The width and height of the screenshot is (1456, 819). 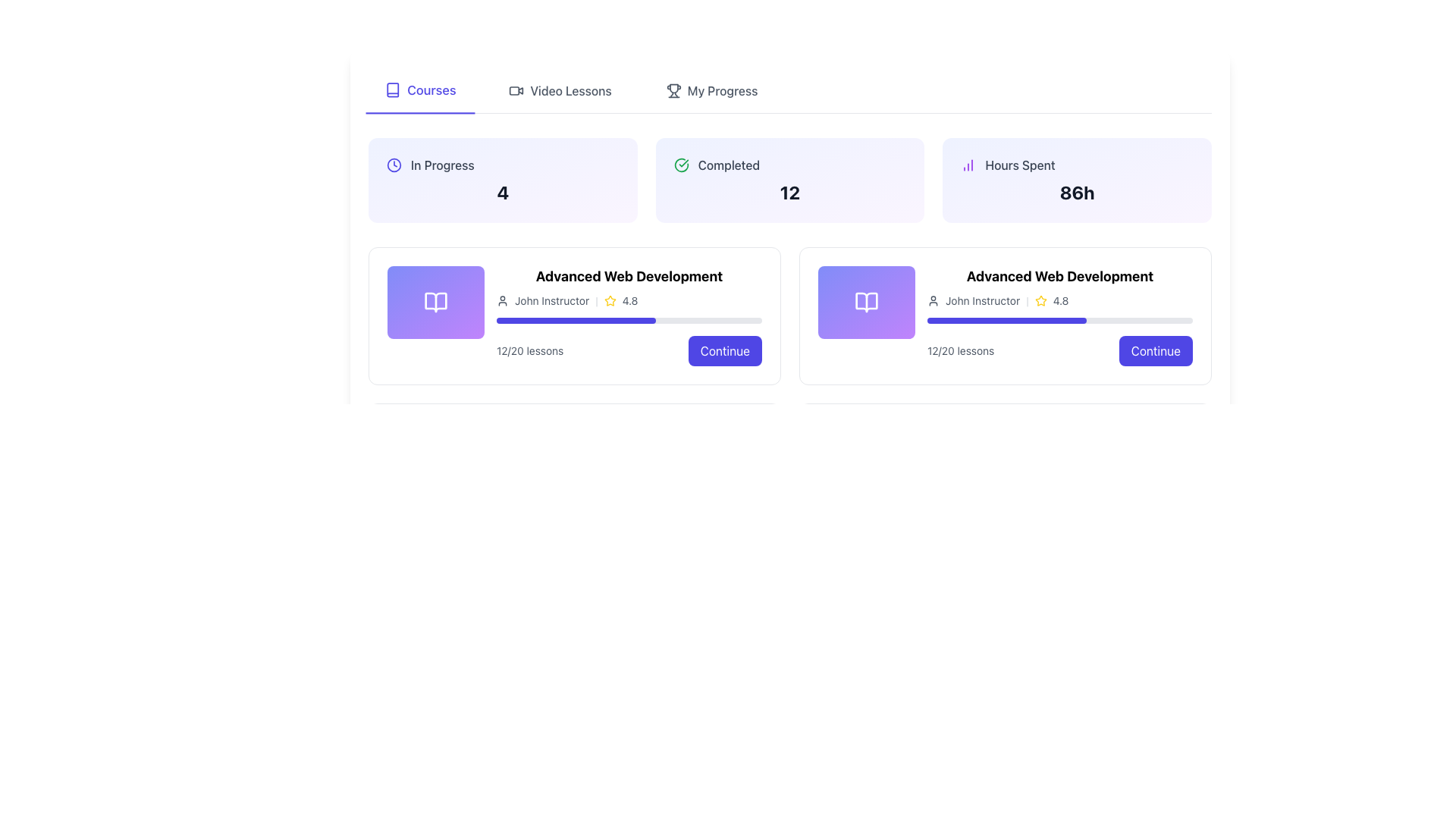 I want to click on the user avatar icon representing the instructor, which is located to the left of the 'John Instructor' label in the UI, so click(x=502, y=301).